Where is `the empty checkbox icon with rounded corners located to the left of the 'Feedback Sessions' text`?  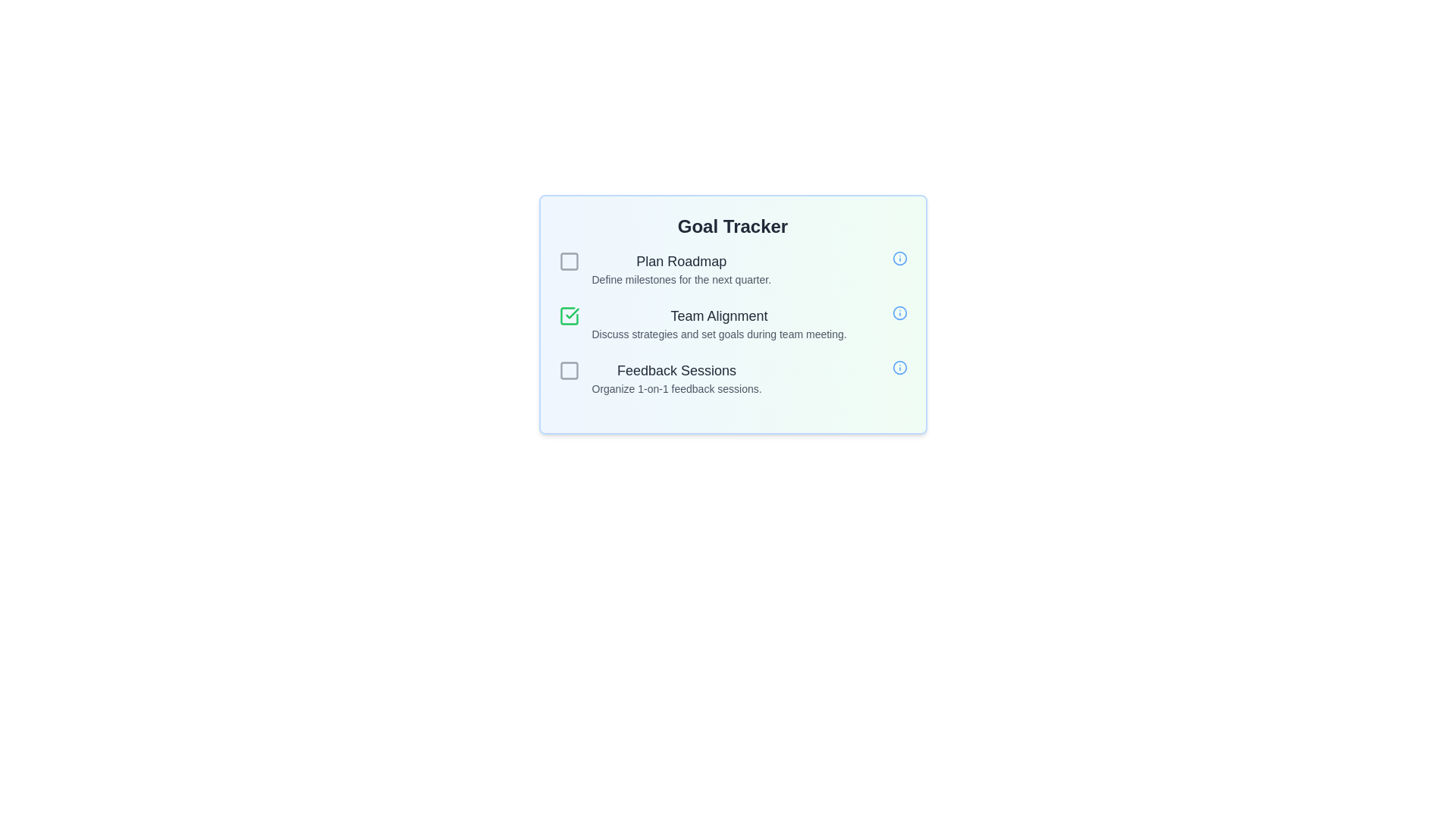
the empty checkbox icon with rounded corners located to the left of the 'Feedback Sessions' text is located at coordinates (568, 371).